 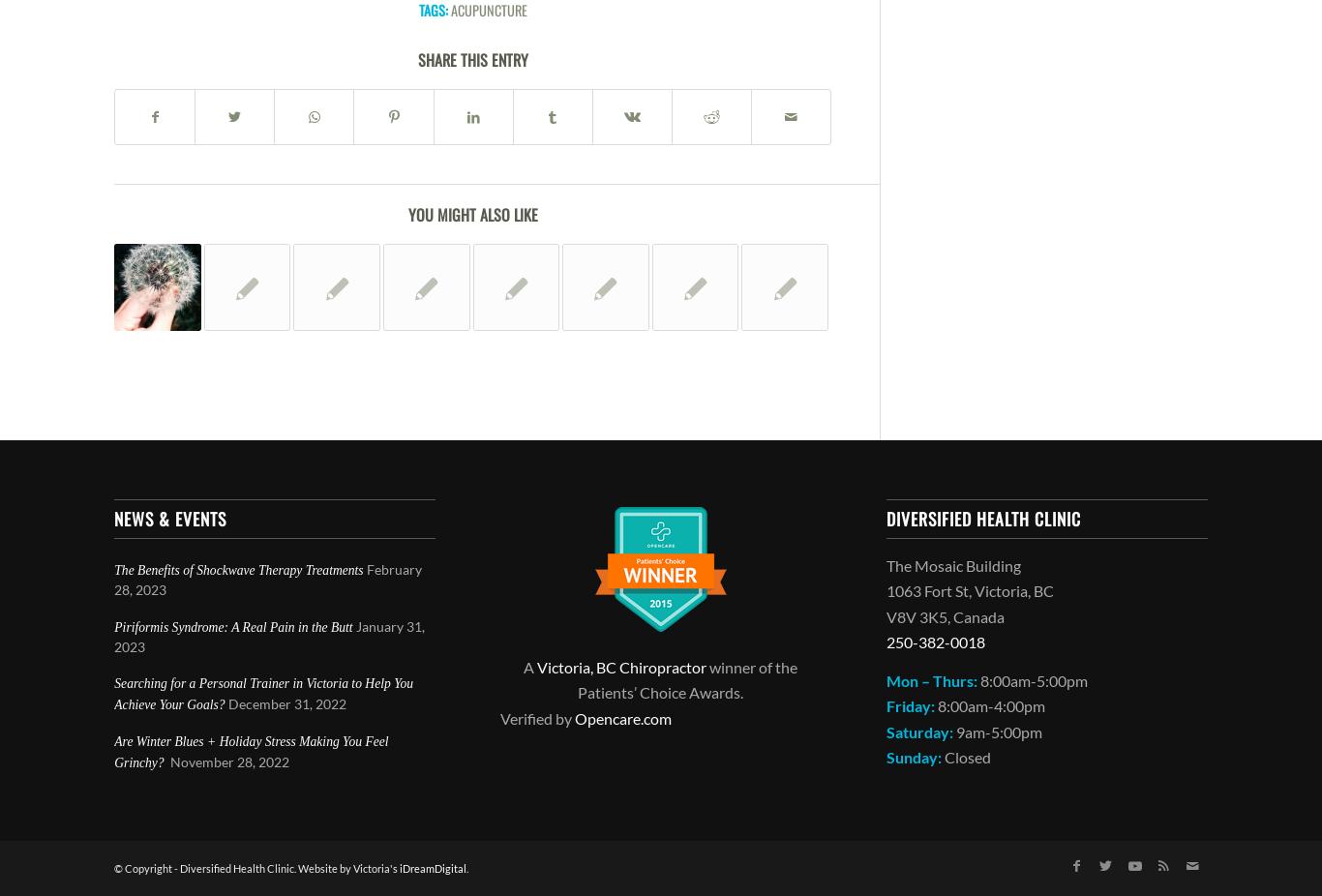 What do you see at coordinates (256, 868) in the screenshot?
I see `'© Copyright - Diversified Health Clinic. Website by Victoria's'` at bounding box center [256, 868].